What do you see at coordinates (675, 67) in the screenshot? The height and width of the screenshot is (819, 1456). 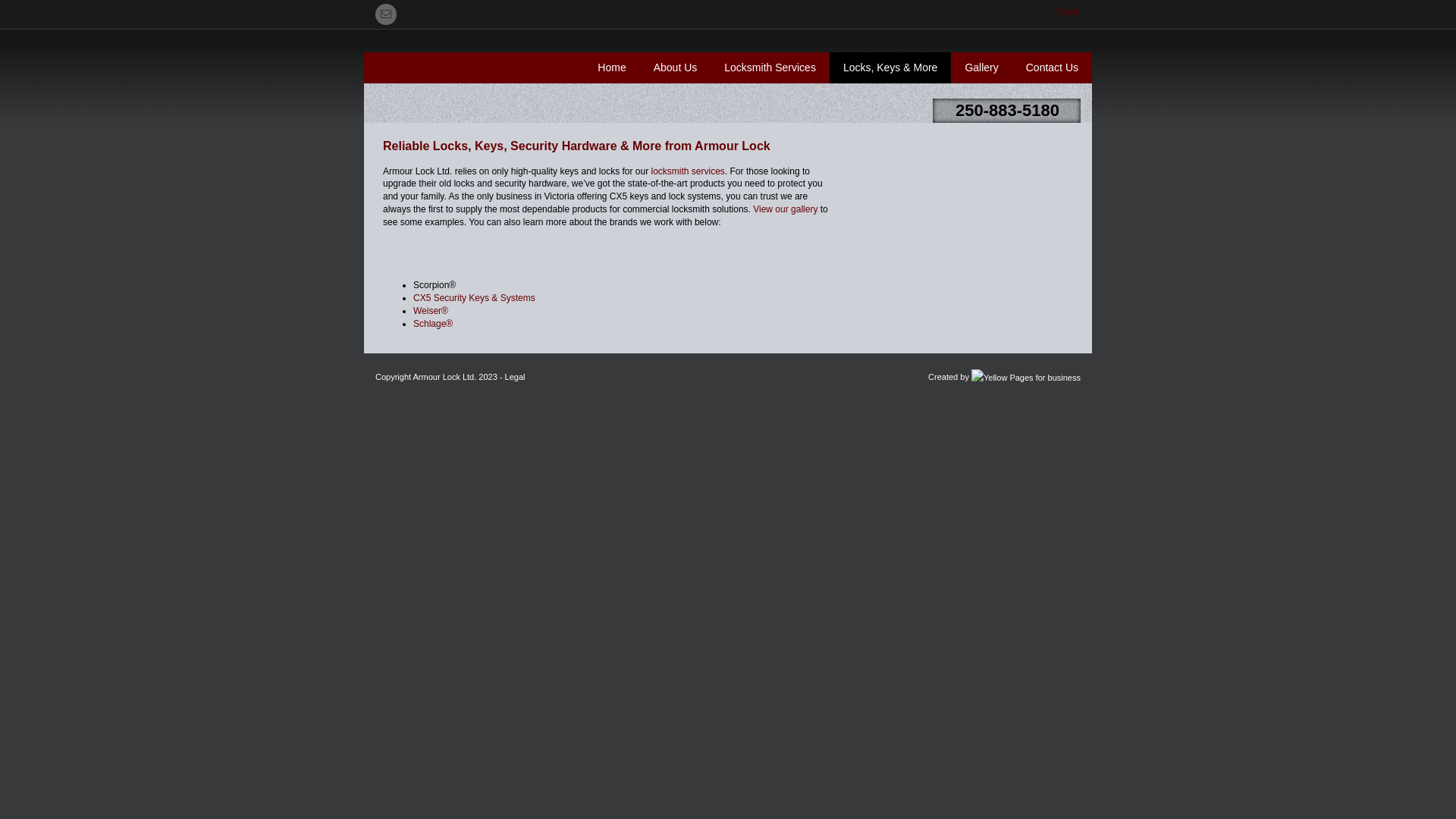 I see `'About Us'` at bounding box center [675, 67].